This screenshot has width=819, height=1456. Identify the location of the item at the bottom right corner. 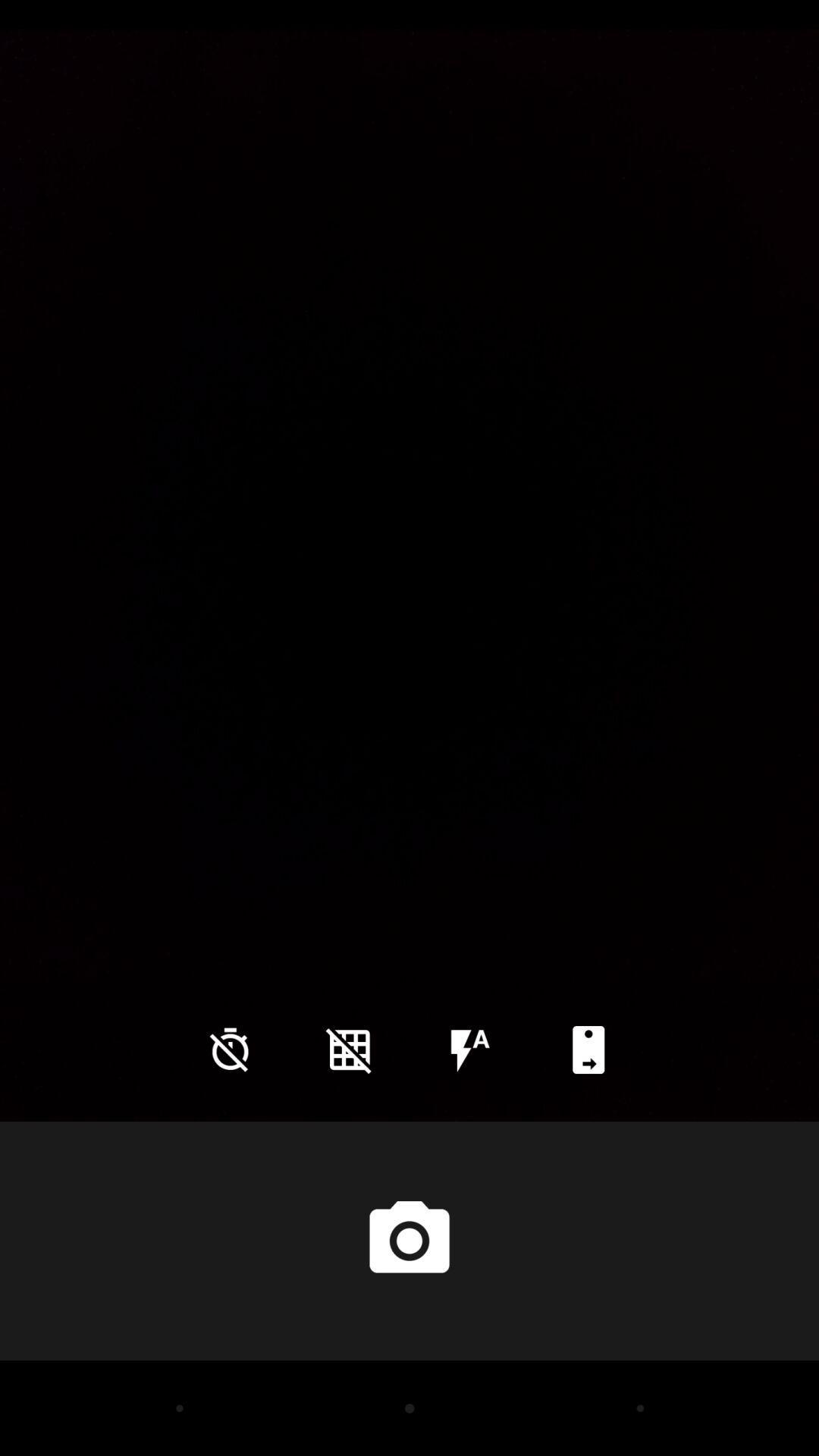
(588, 1049).